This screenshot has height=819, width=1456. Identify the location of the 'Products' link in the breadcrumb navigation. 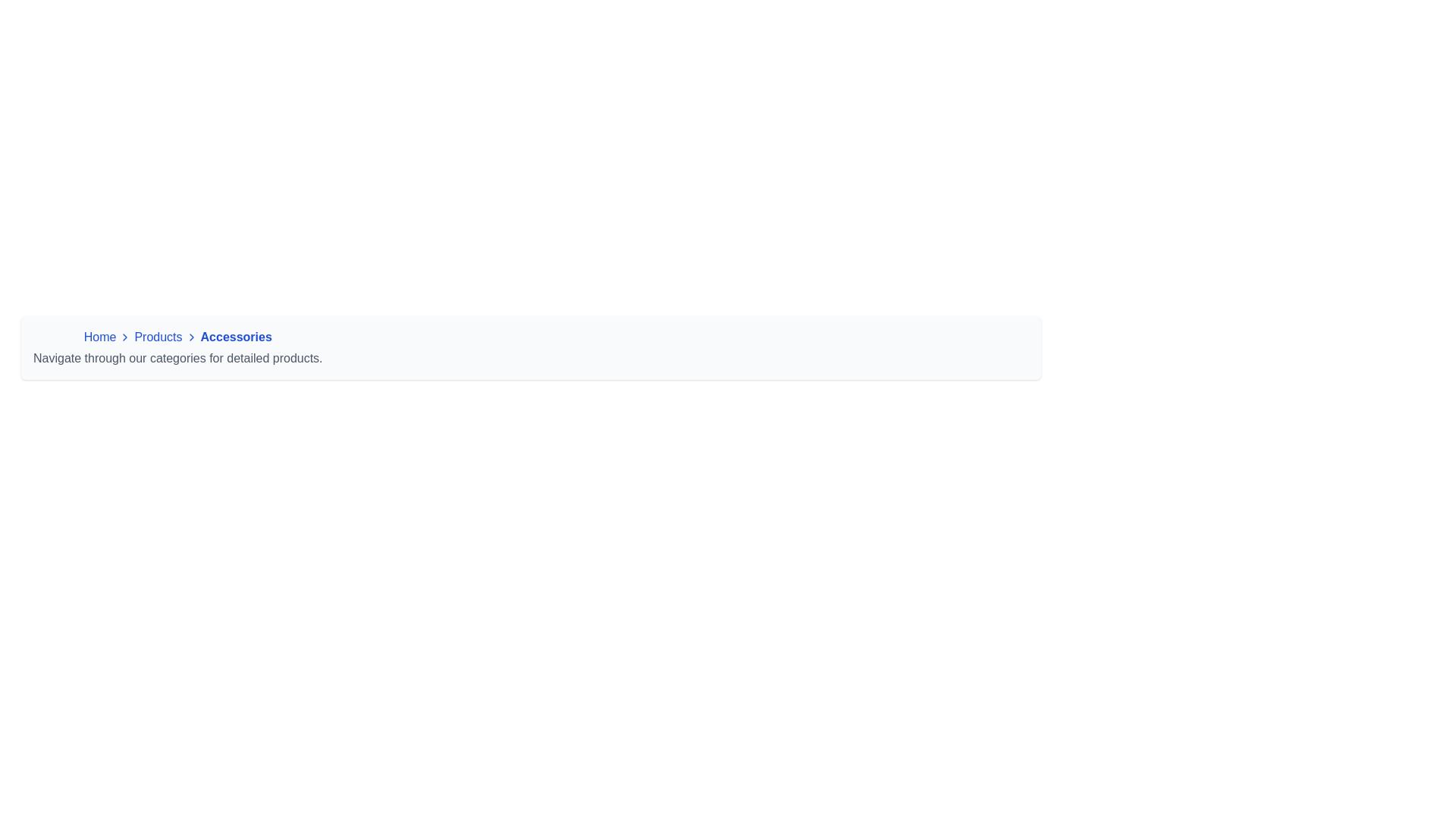
(177, 348).